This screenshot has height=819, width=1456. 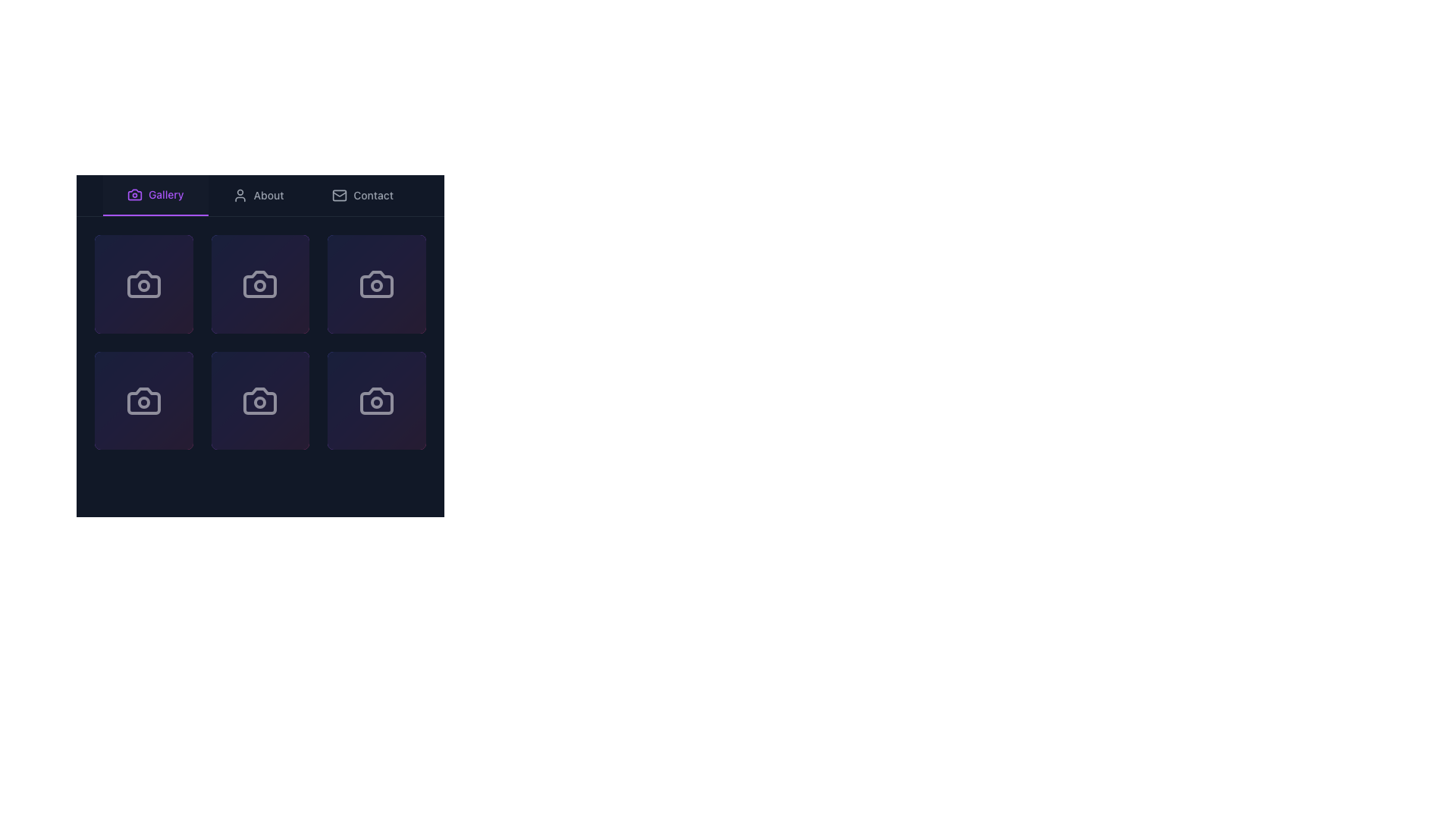 I want to click on the camera icon located in the first row, first column under the 'Gallery' tab, which has a rounded rectangular shape and a circular lens in the center, so click(x=143, y=284).